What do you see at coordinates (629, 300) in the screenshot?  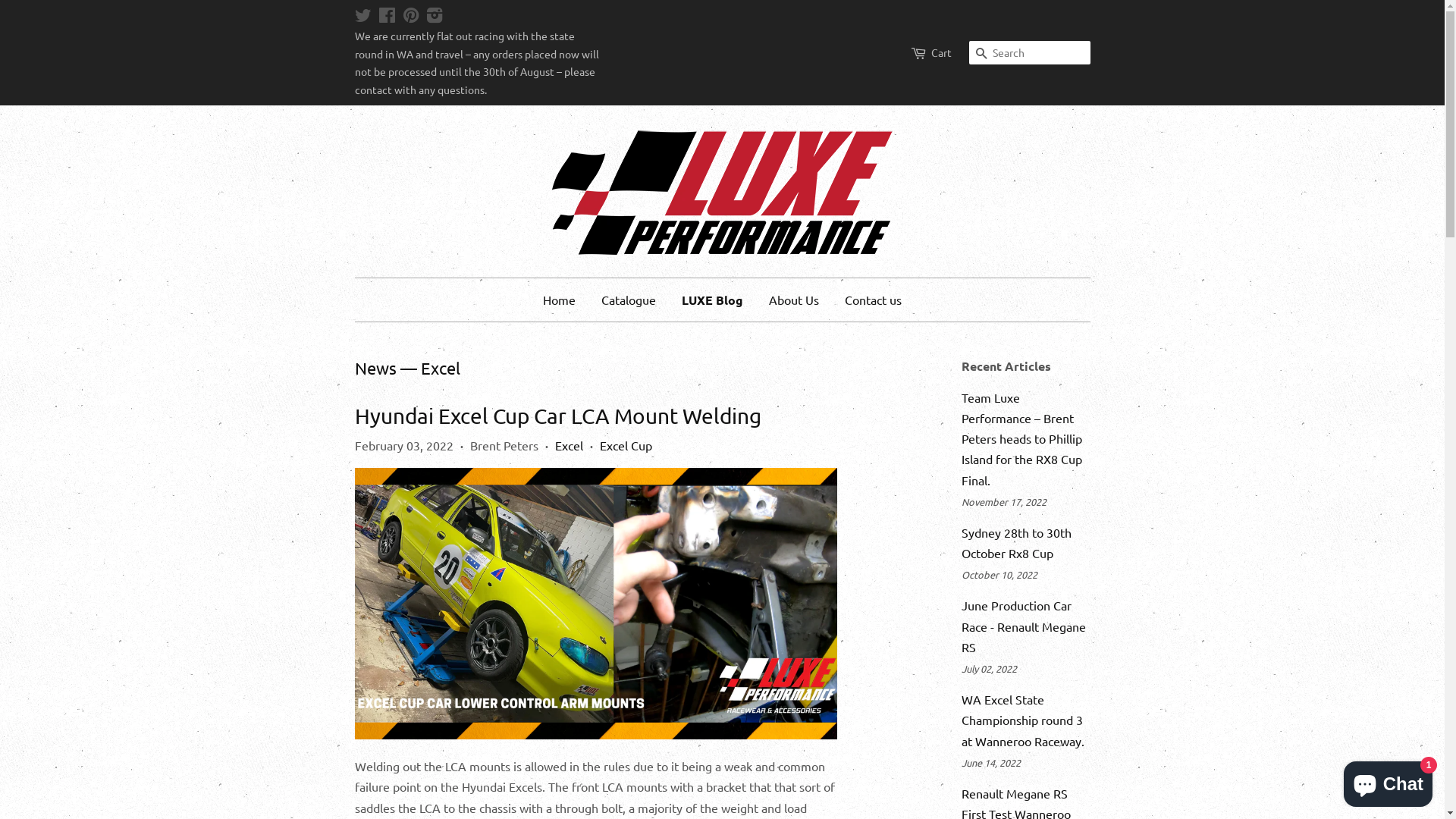 I see `'Catalogue'` at bounding box center [629, 300].